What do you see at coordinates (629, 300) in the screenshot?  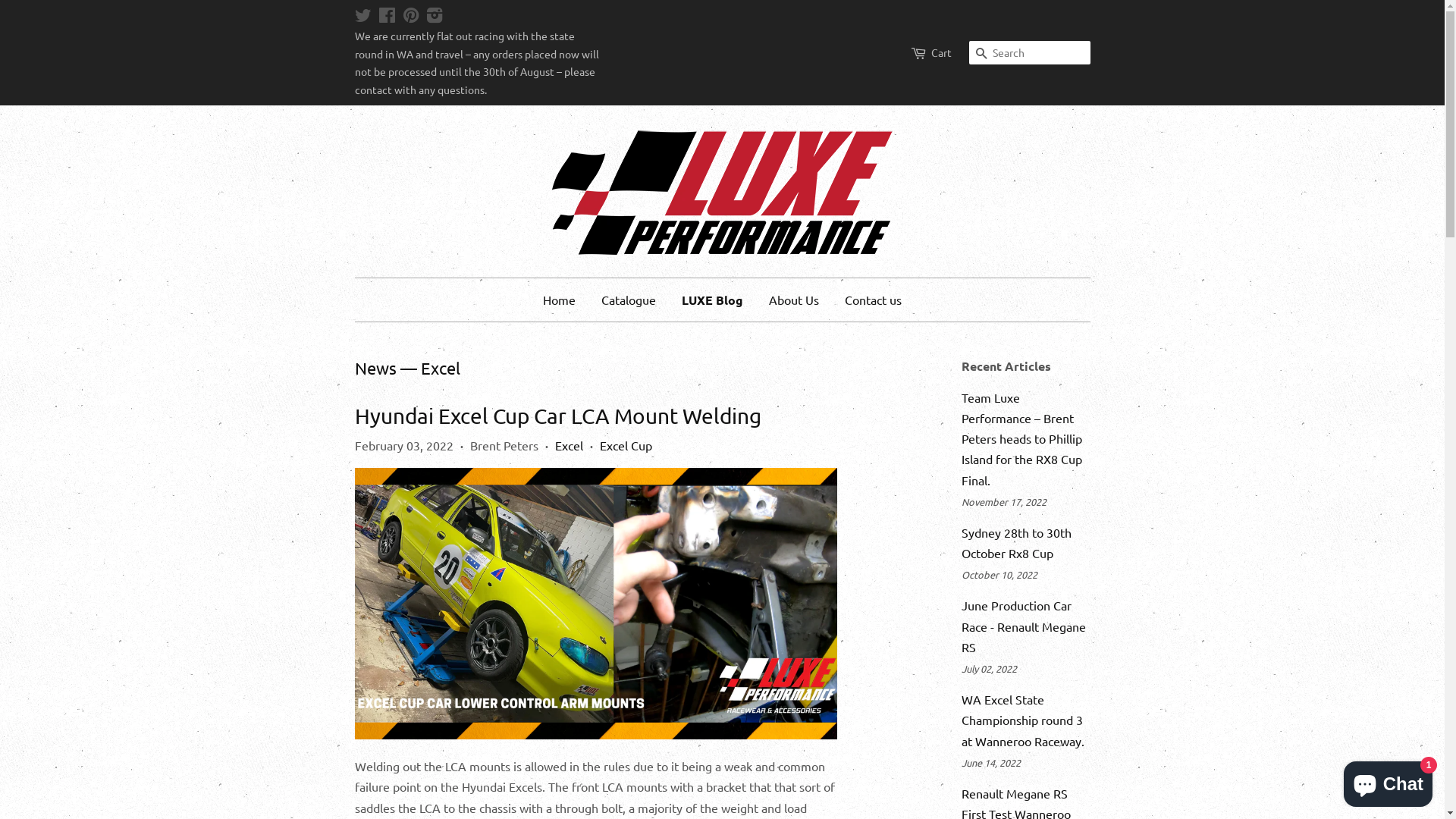 I see `'Catalogue'` at bounding box center [629, 300].